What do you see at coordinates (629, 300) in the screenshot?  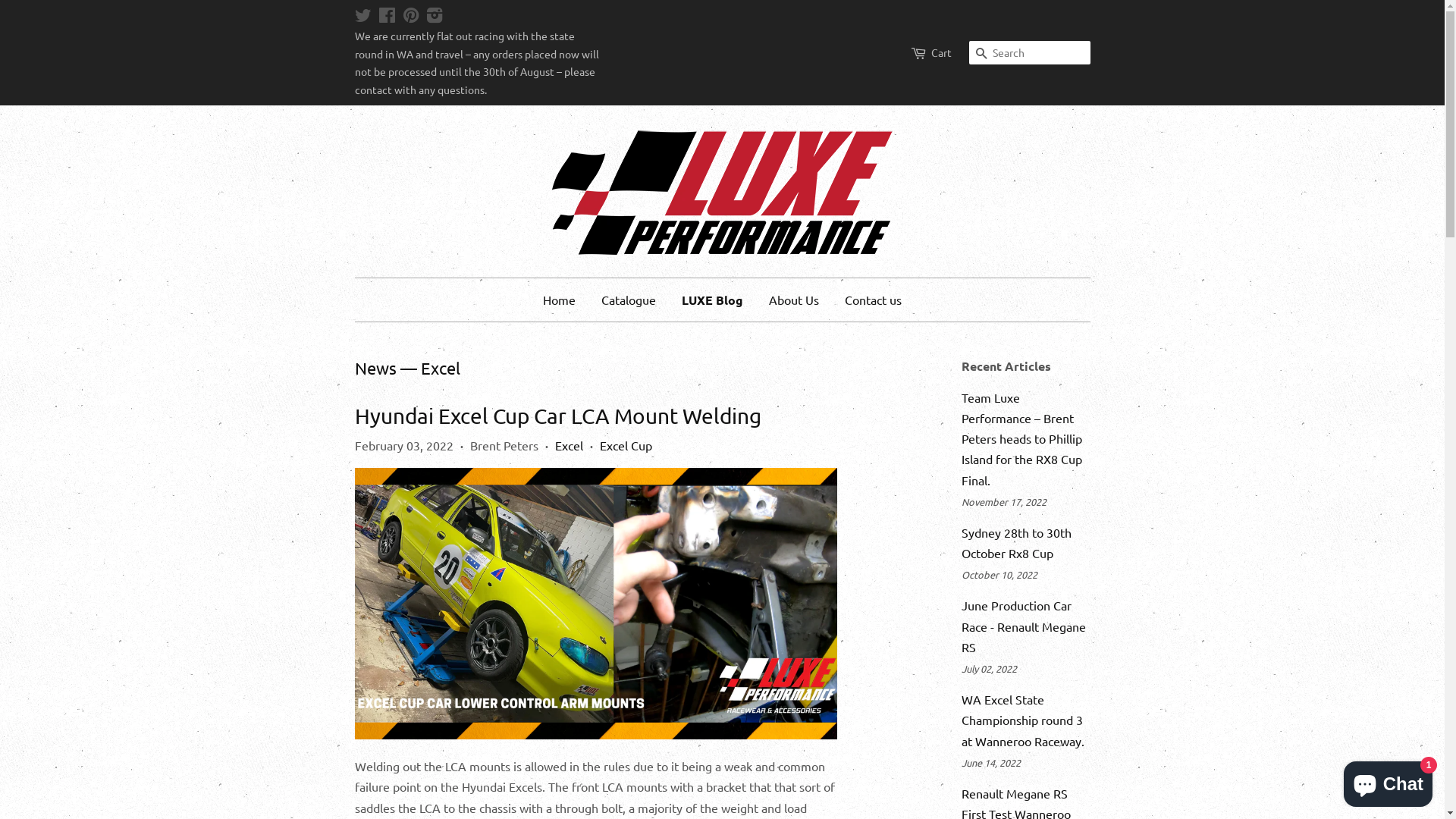 I see `'Catalogue'` at bounding box center [629, 300].